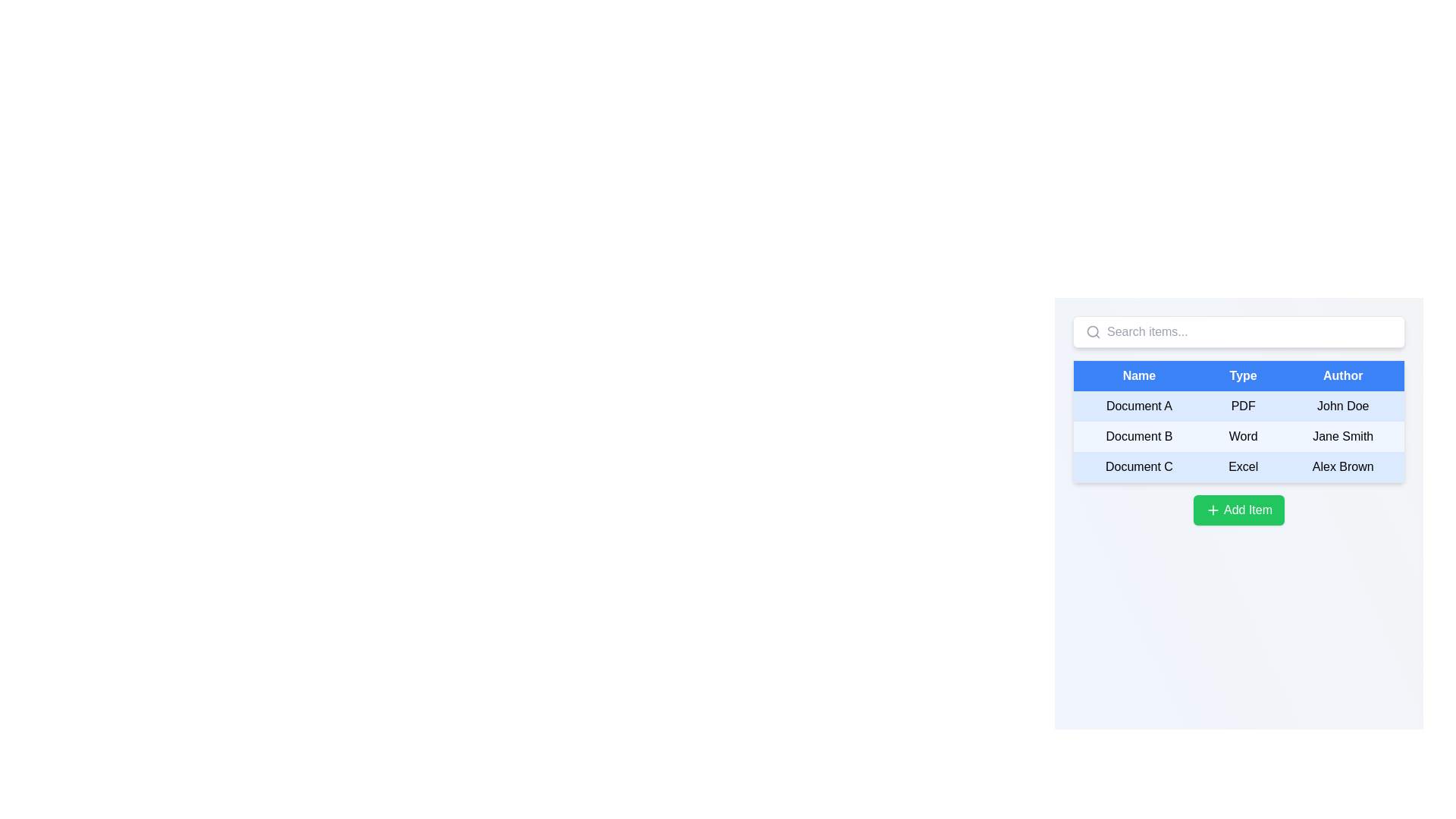 The image size is (1456, 819). What do you see at coordinates (1243, 375) in the screenshot?
I see `the 'Type' header text label located in the middle of the row of three labels at the top of the table` at bounding box center [1243, 375].